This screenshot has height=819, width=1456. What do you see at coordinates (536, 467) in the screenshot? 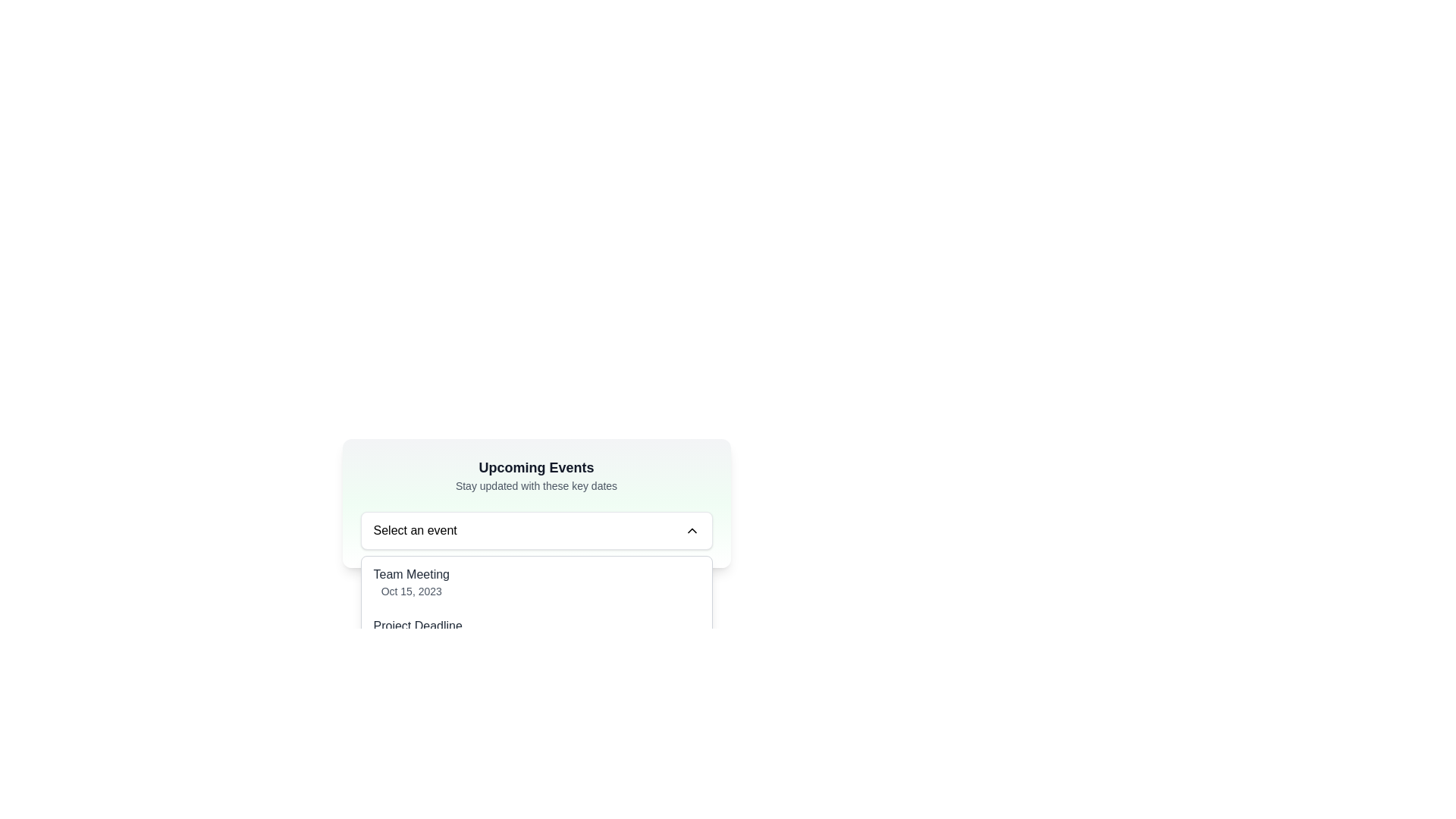
I see `the heading styled with bold, large-sized text that reads 'Upcoming Events', which is centered above the description text in a dark gray color` at bounding box center [536, 467].